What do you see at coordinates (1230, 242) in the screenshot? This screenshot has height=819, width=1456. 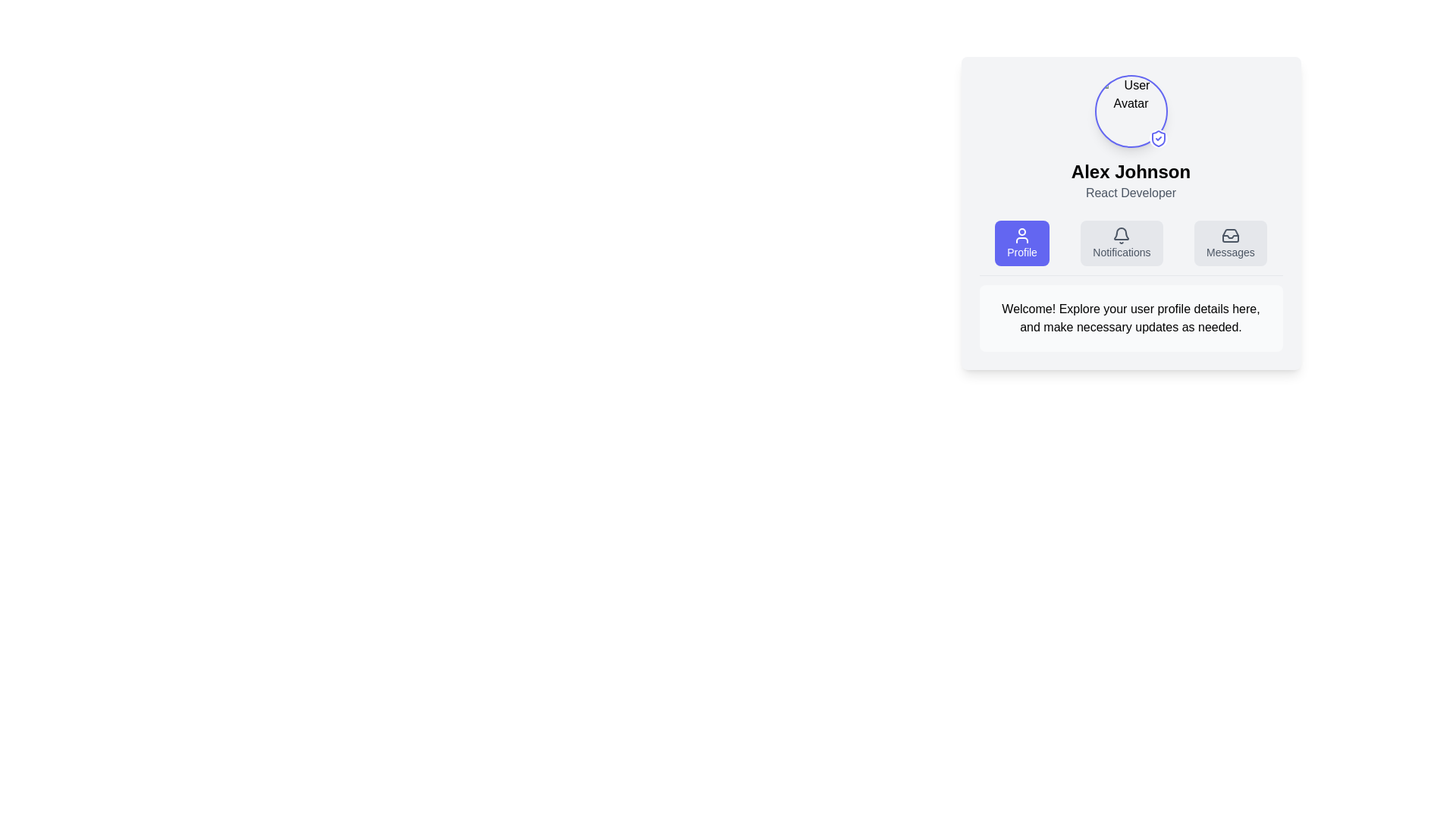 I see `the 'Messages' button, which is a rectangular button with rounded edges, featuring a light gray background and a dark gray inbox icon above the label text 'Messages'` at bounding box center [1230, 242].